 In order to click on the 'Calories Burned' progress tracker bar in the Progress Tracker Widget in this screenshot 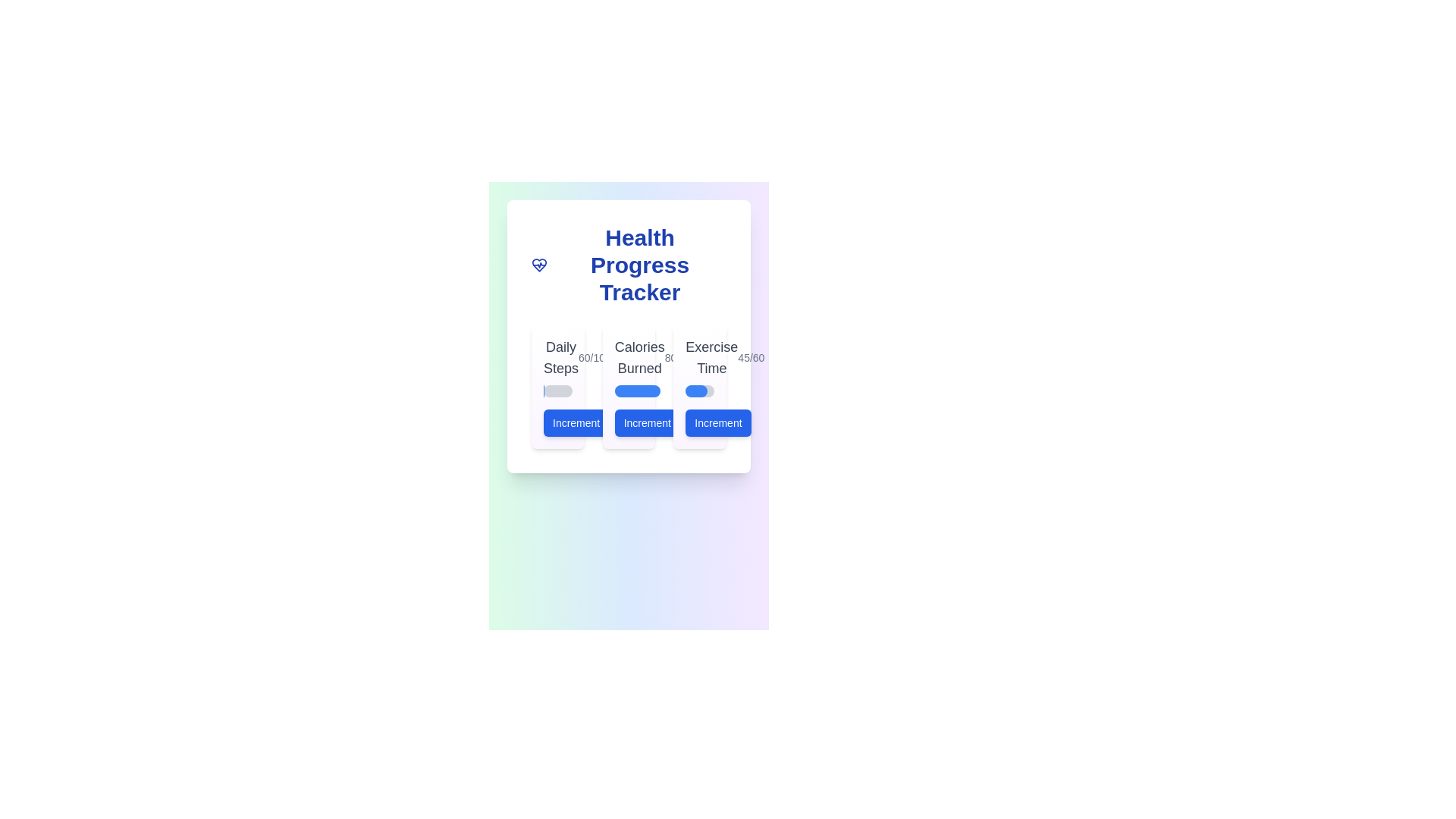, I will do `click(629, 385)`.